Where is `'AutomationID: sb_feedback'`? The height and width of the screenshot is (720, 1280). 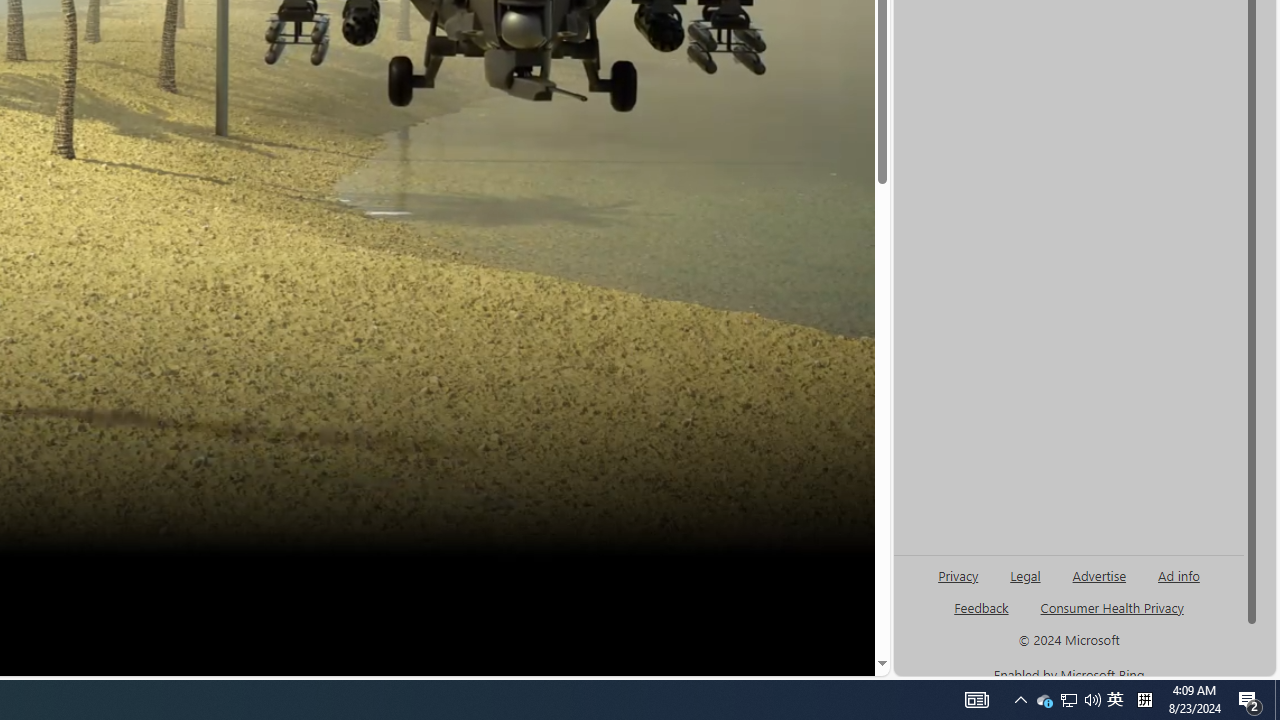 'AutomationID: sb_feedback' is located at coordinates (981, 606).